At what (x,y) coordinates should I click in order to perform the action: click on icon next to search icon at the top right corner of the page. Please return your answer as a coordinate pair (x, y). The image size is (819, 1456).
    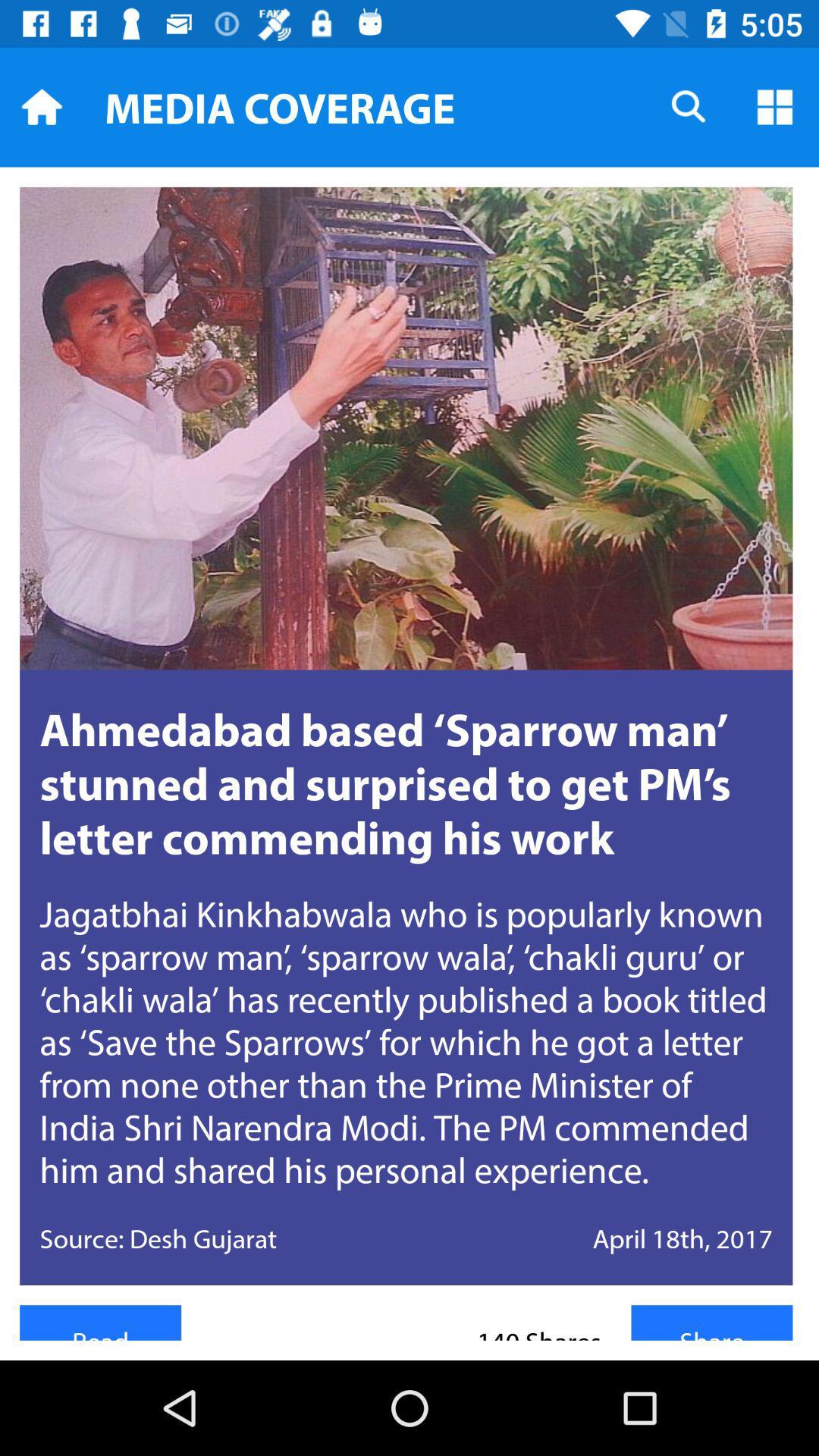
    Looking at the image, I should click on (775, 106).